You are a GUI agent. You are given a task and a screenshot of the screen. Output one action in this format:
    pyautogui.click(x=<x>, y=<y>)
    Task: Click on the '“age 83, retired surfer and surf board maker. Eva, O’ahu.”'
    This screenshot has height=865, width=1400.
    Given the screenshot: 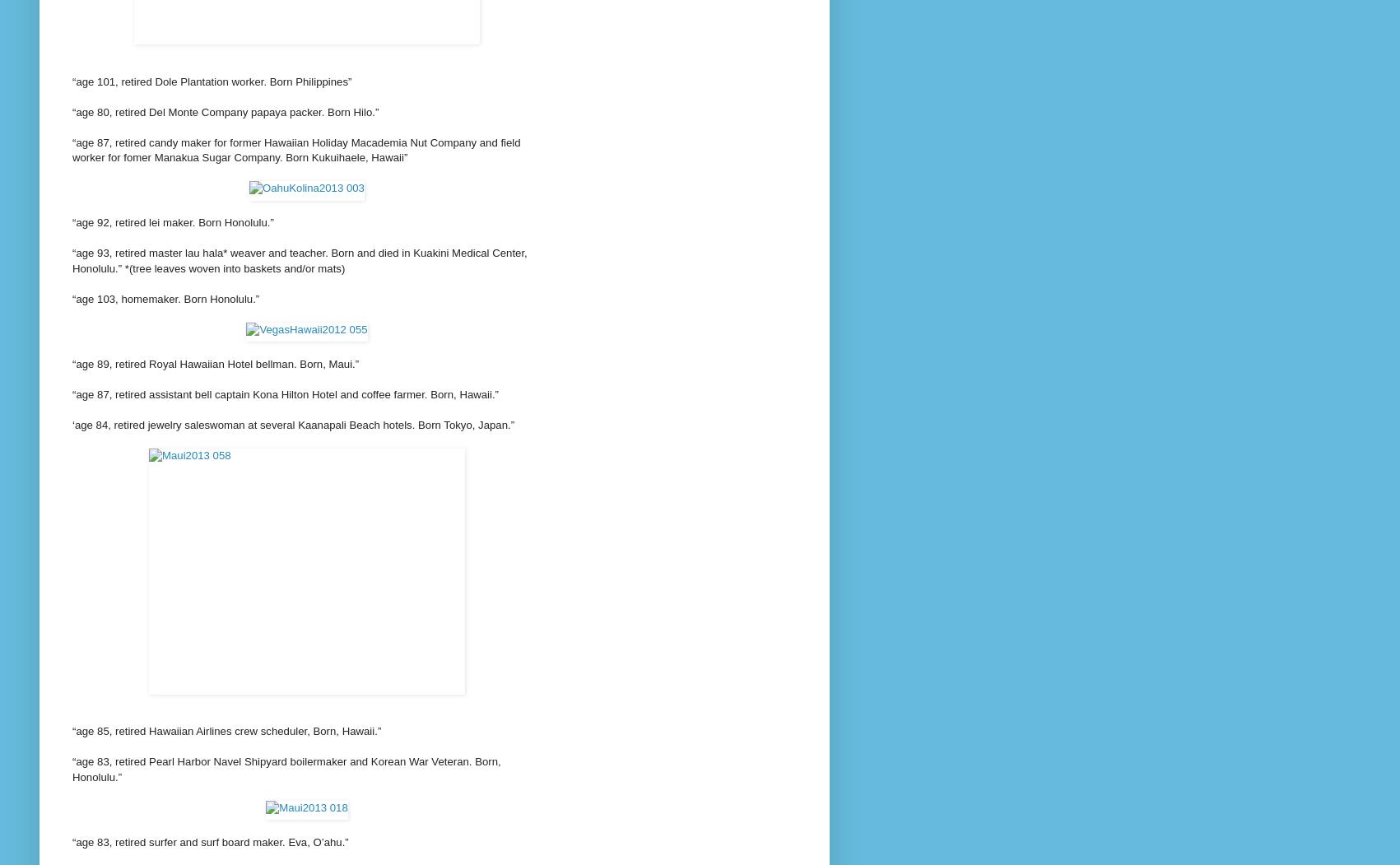 What is the action you would take?
    pyautogui.click(x=210, y=840)
    